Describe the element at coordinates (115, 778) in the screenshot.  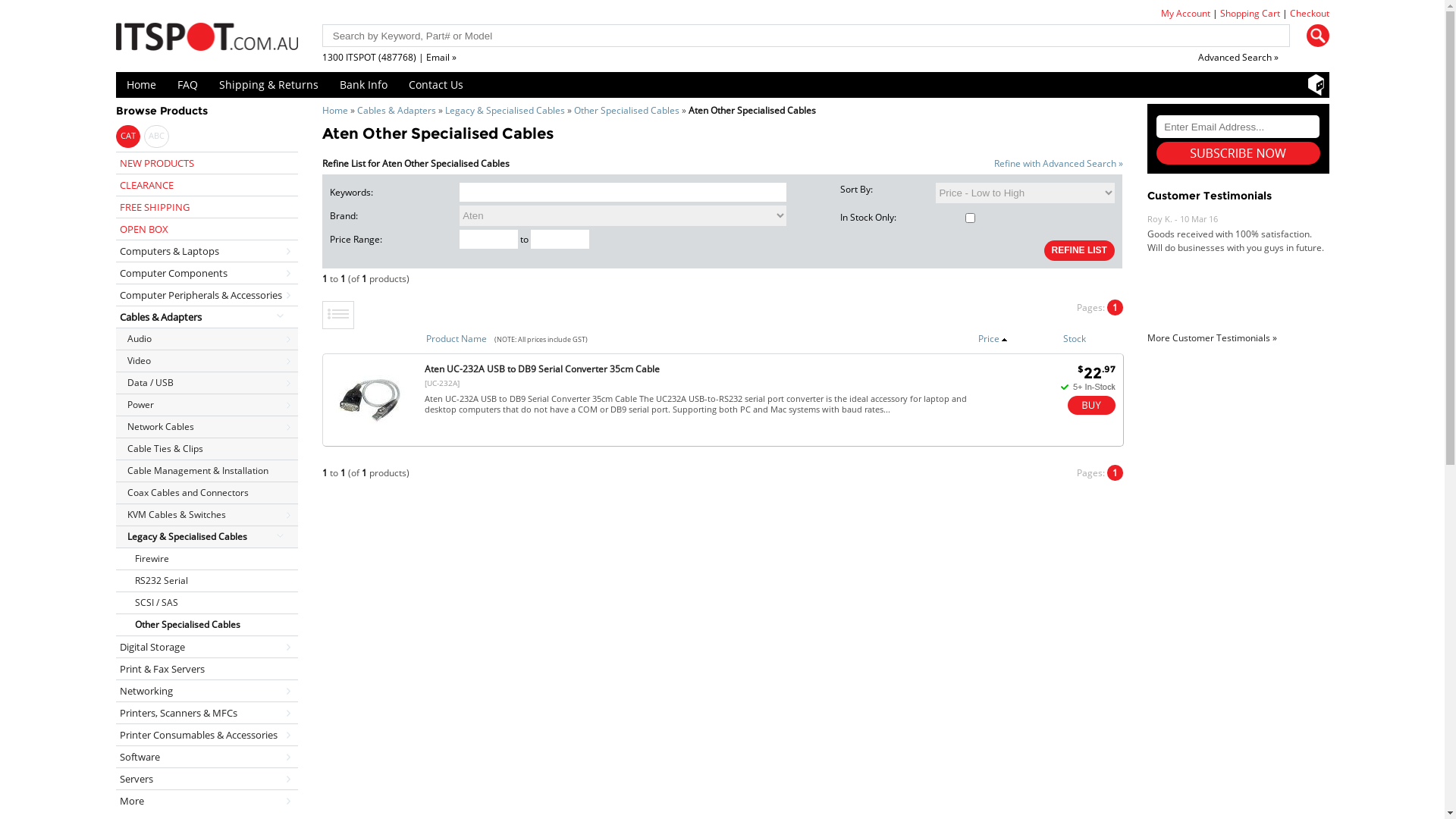
I see `'Servers'` at that location.